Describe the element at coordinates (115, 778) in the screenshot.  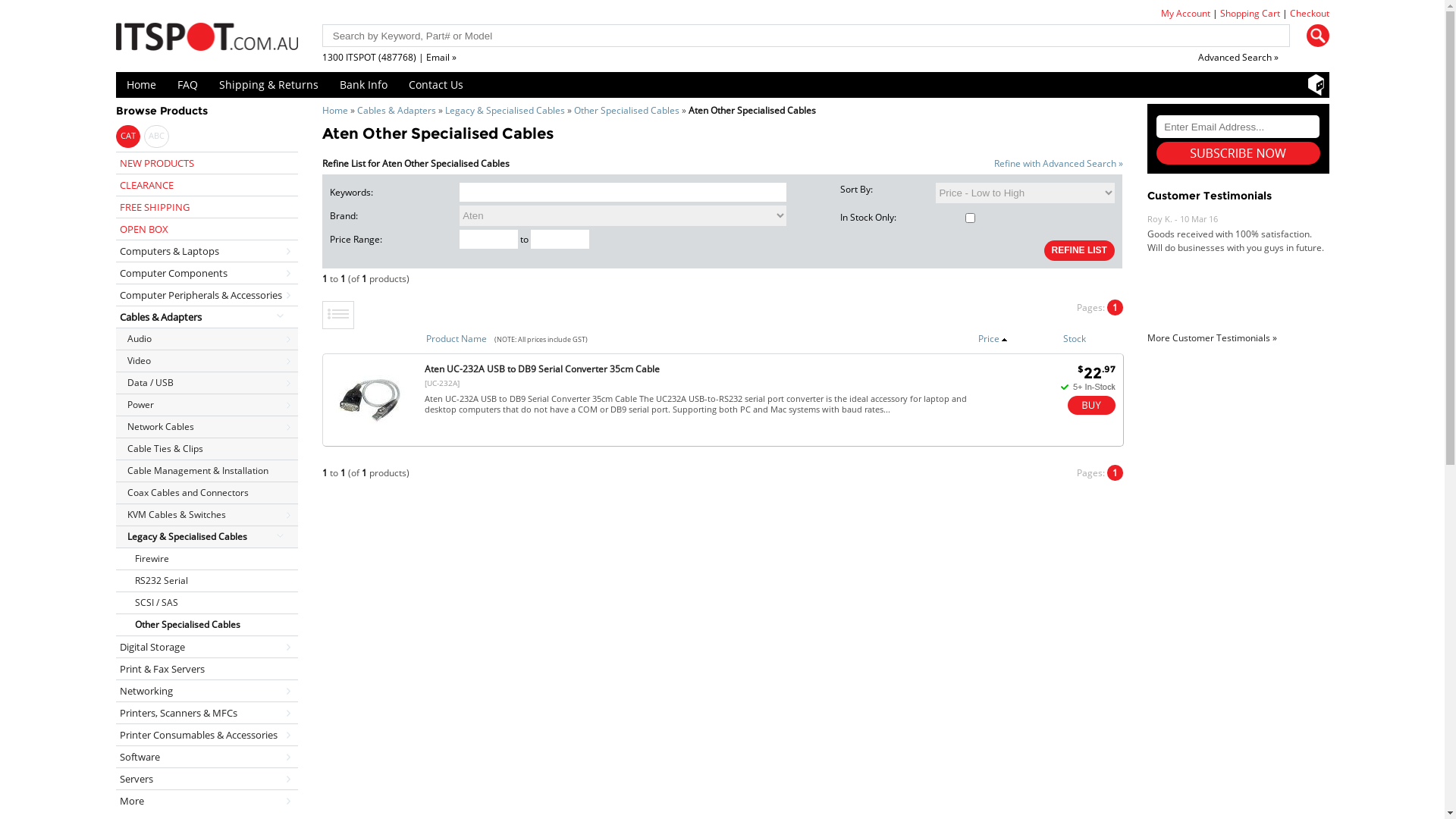
I see `'Servers'` at that location.